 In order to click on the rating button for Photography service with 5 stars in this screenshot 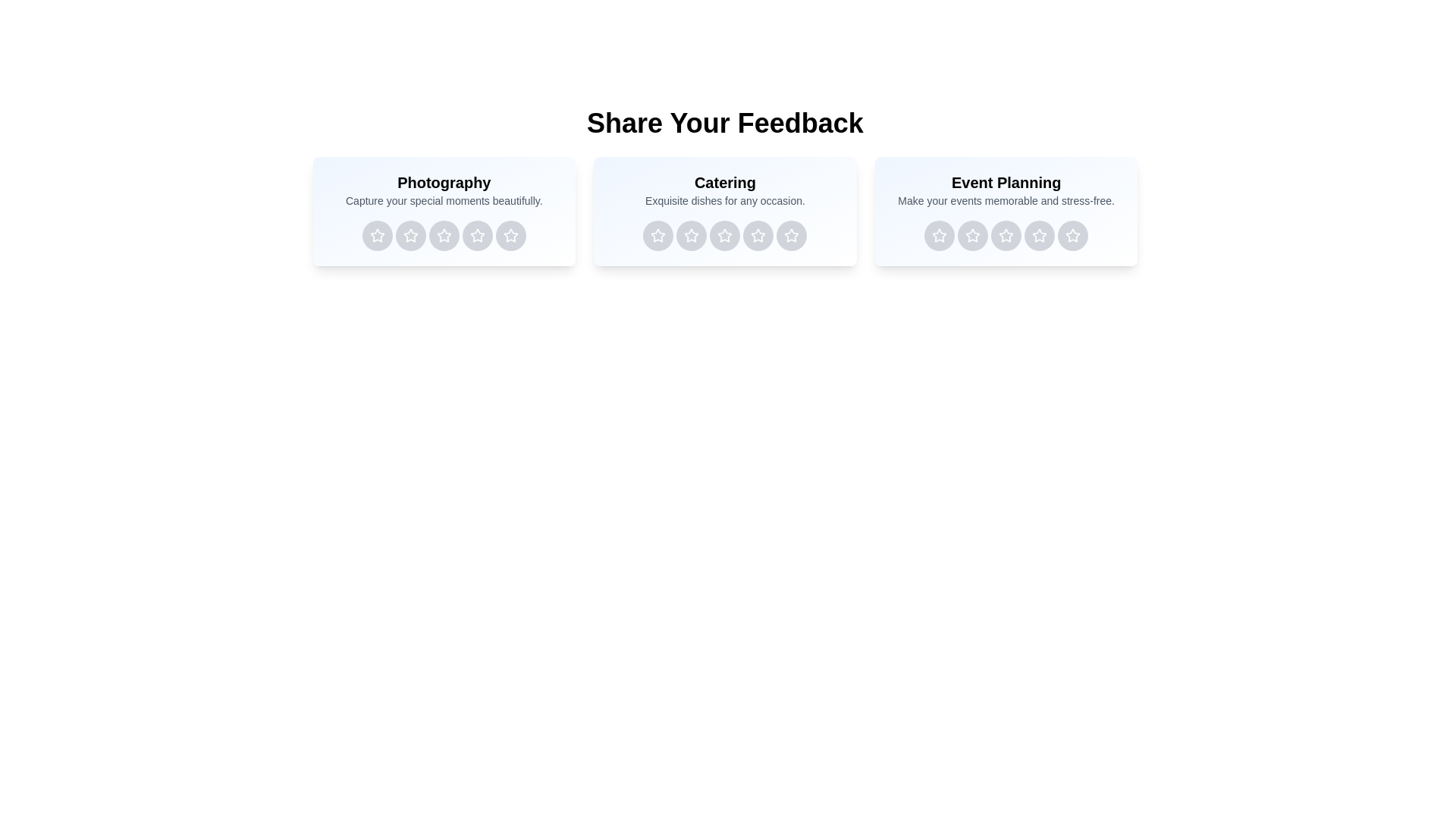, I will do `click(510, 236)`.